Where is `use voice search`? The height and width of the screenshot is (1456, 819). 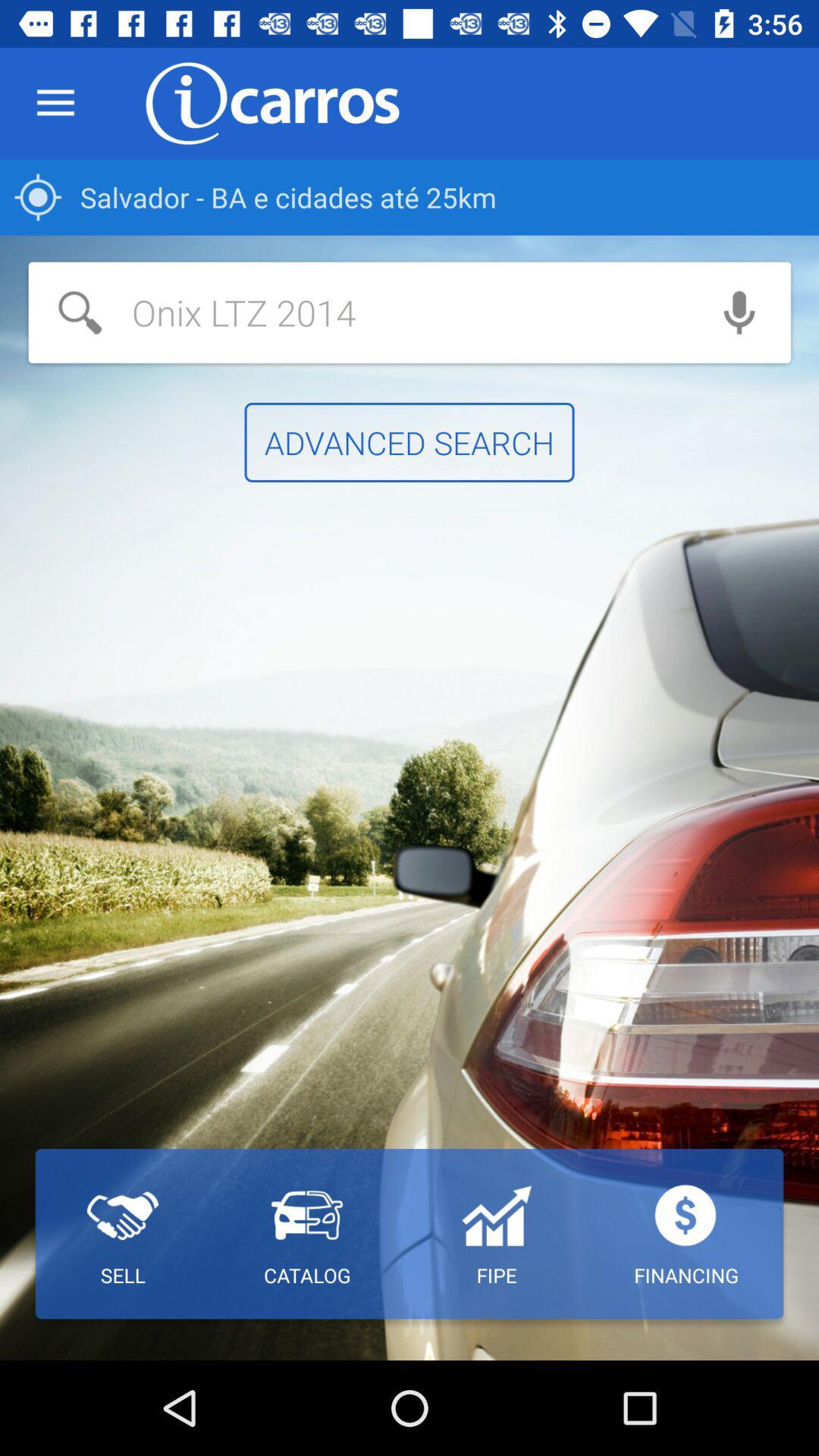
use voice search is located at coordinates (739, 312).